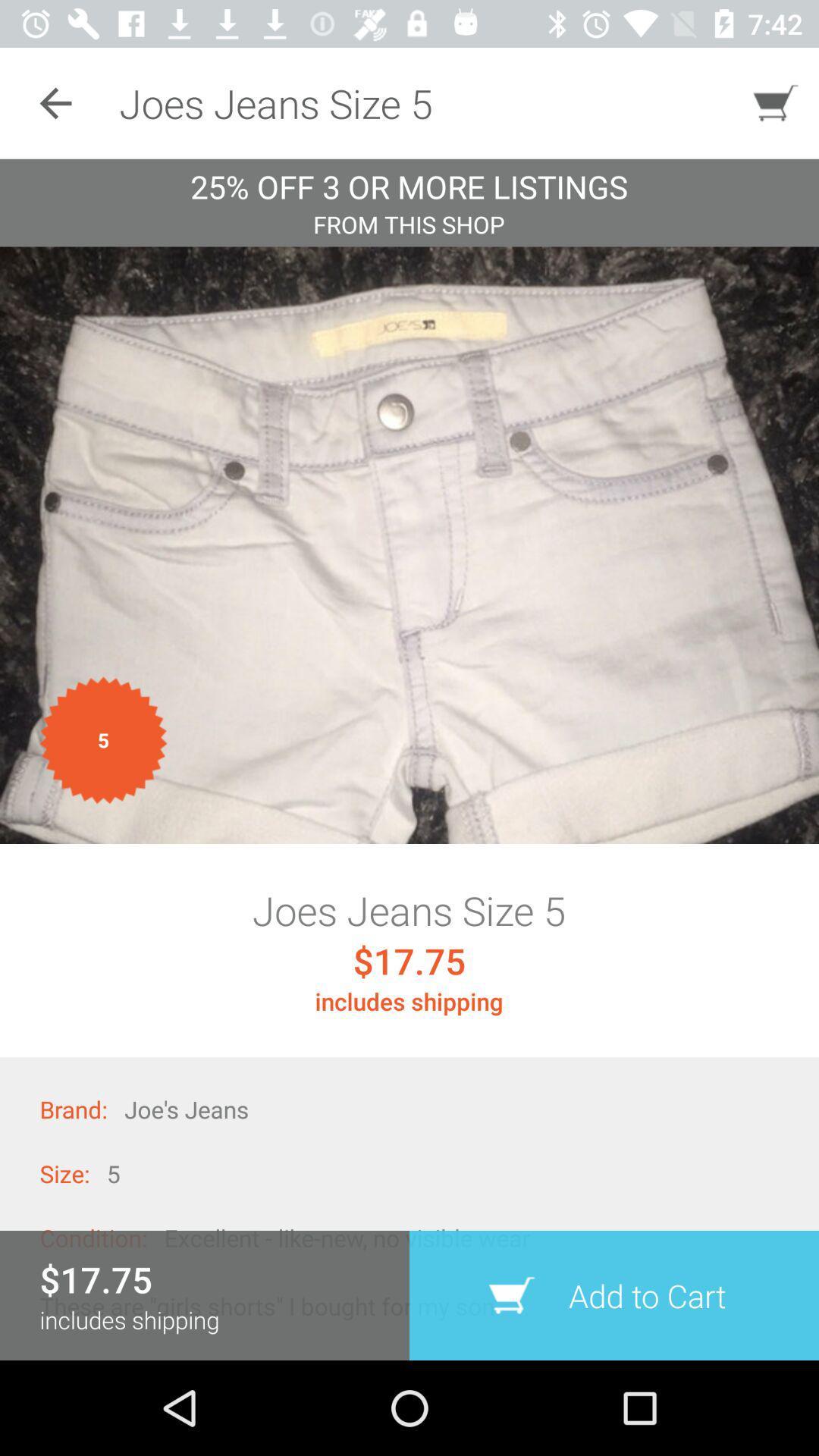 This screenshot has width=819, height=1456. I want to click on images, so click(409, 545).